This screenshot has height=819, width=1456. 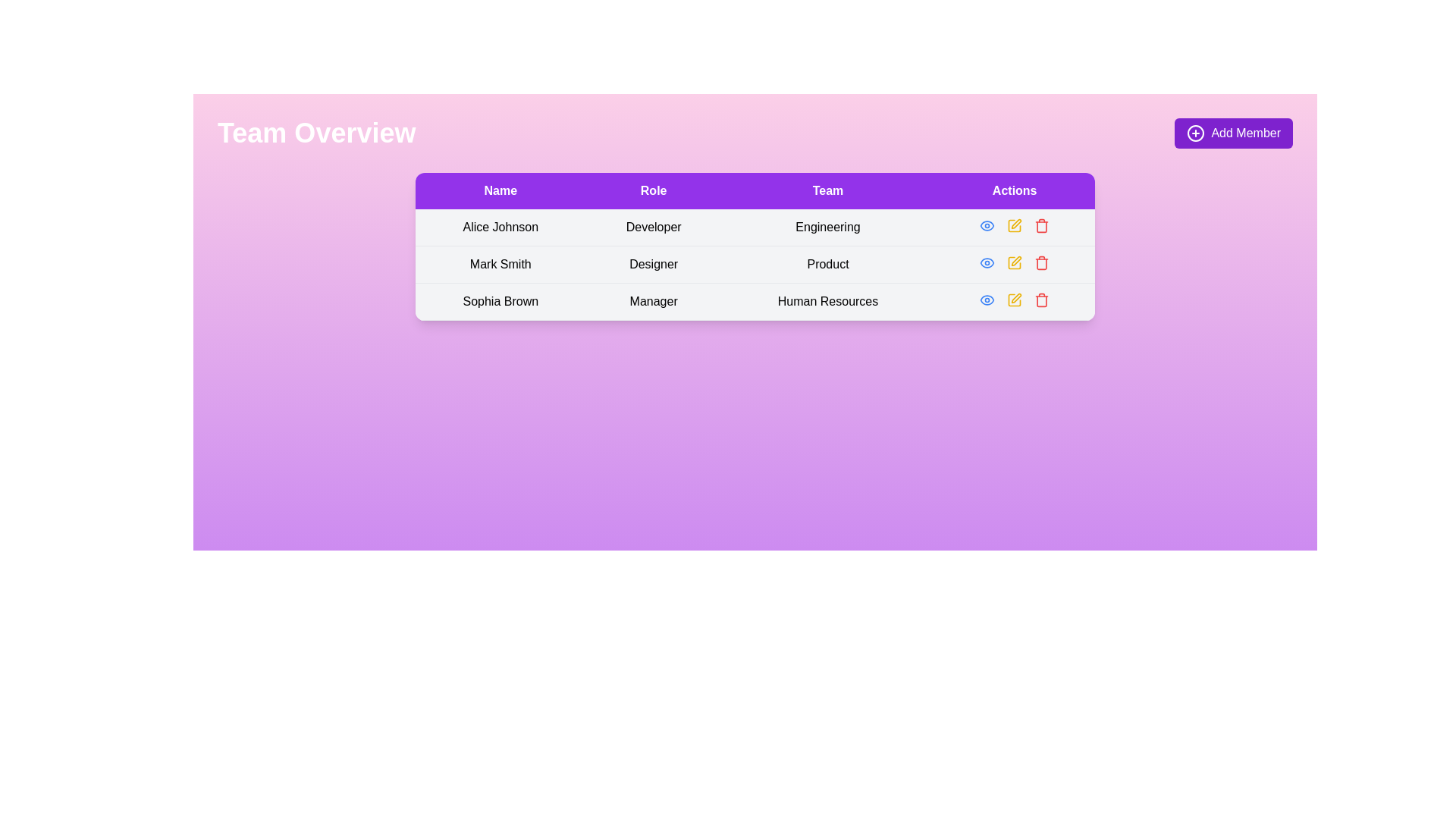 What do you see at coordinates (1015, 300) in the screenshot?
I see `the Icon button in the 'Actions' column associated with Human Resources` at bounding box center [1015, 300].